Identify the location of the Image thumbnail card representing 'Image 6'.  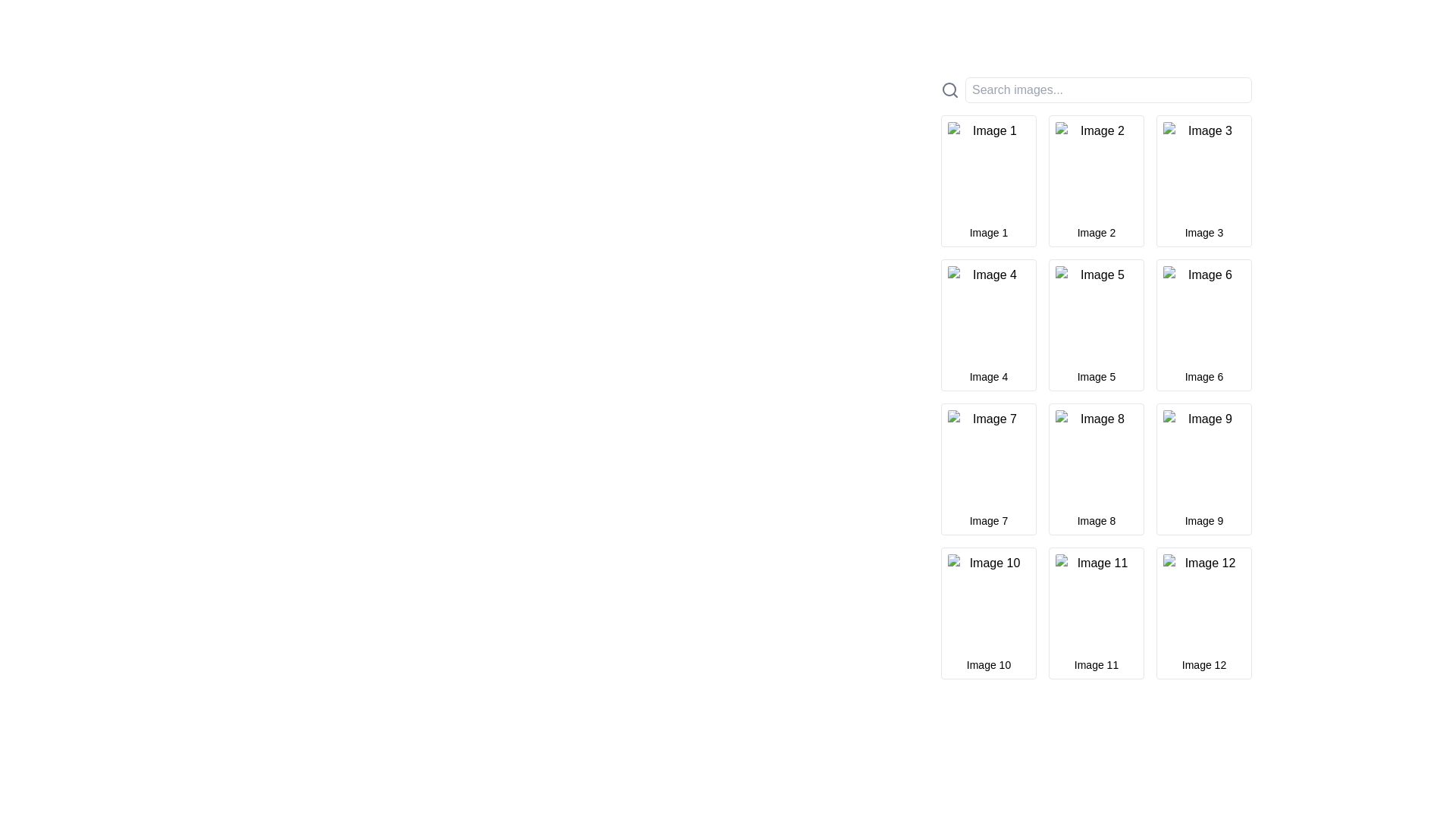
(1203, 324).